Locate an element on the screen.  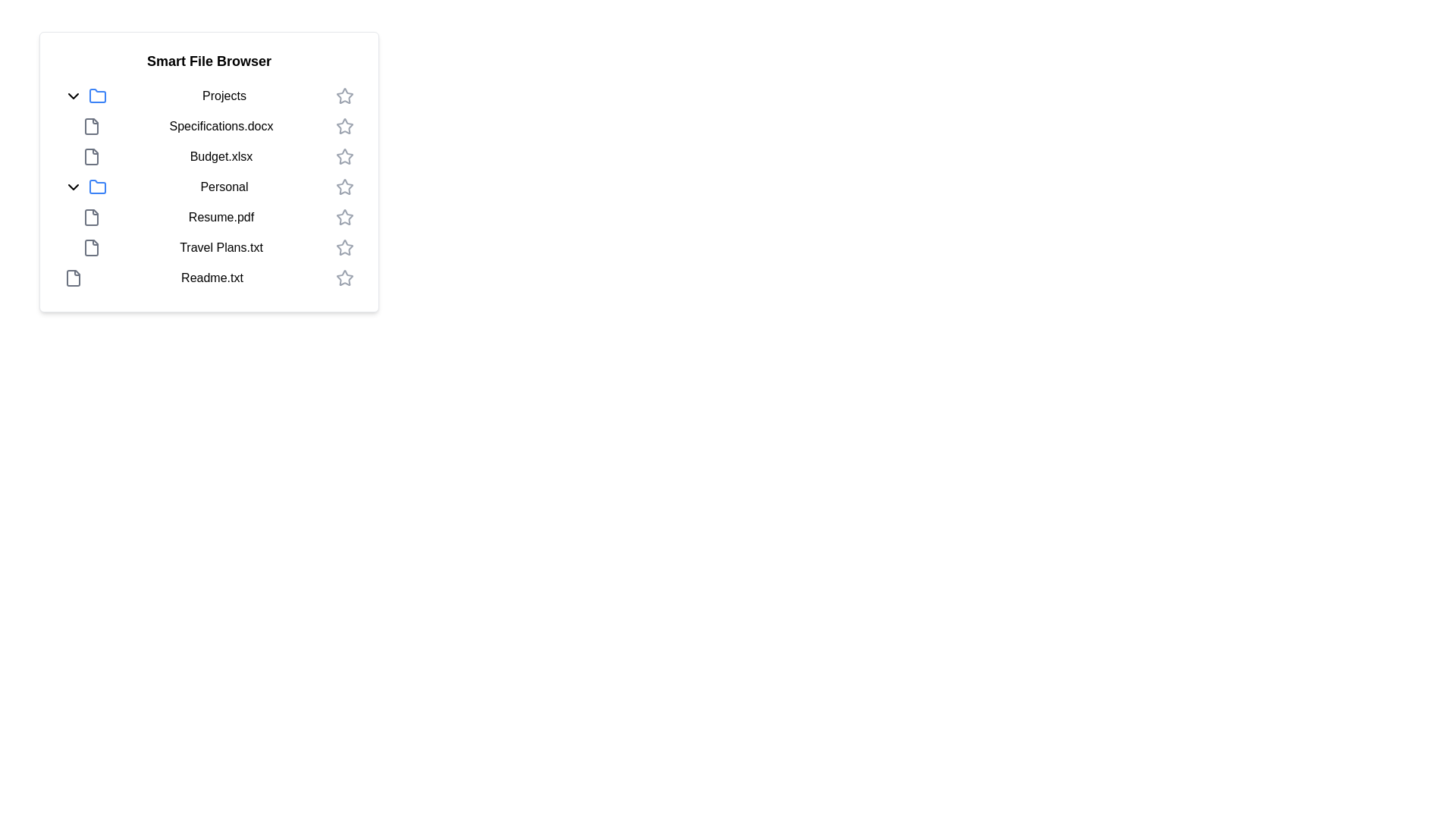
a file within the 'Projects' folder contents list is located at coordinates (208, 125).